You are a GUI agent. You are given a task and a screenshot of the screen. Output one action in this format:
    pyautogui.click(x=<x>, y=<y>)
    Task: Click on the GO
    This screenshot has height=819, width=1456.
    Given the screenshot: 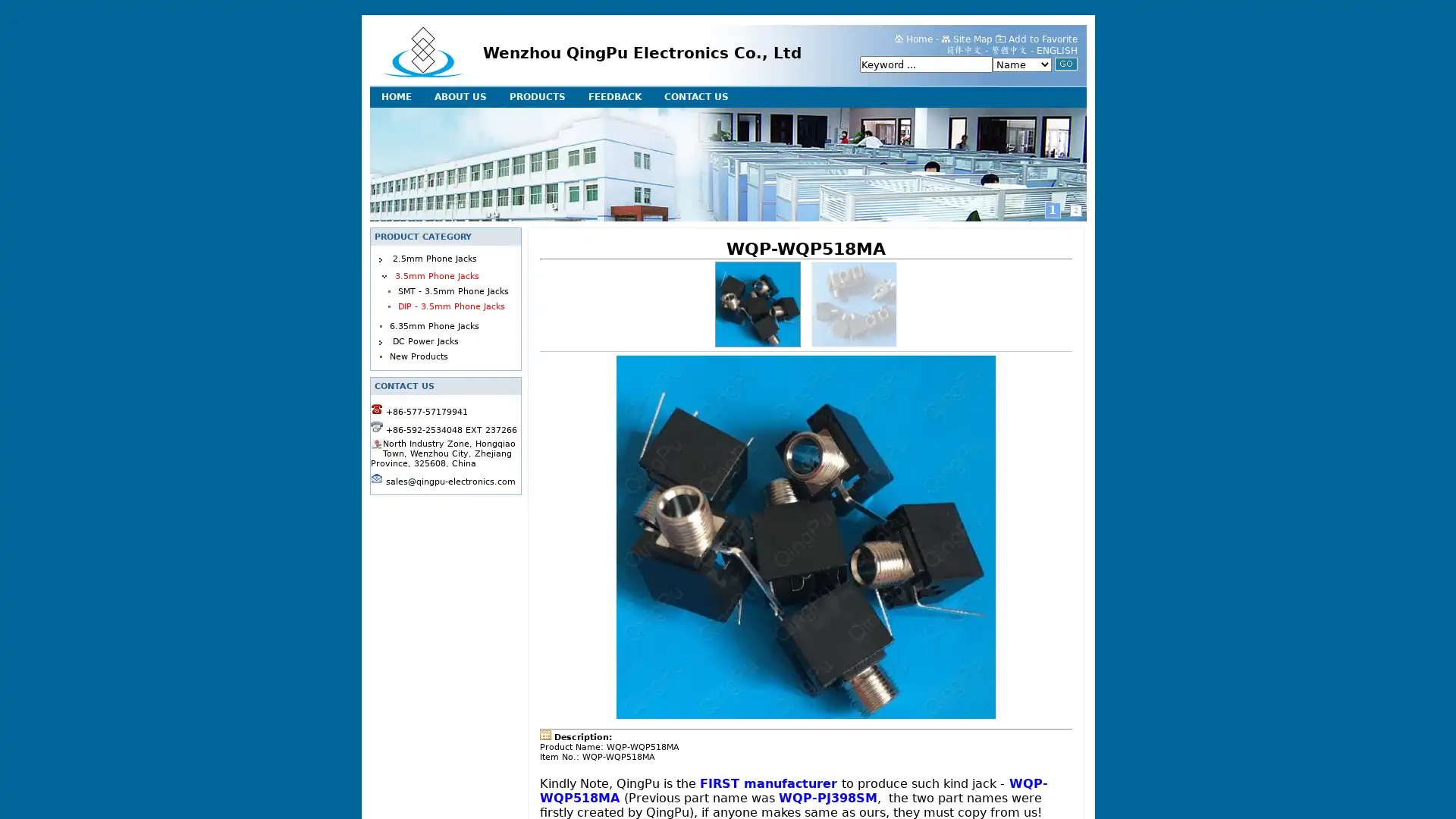 What is the action you would take?
    pyautogui.click(x=1065, y=63)
    